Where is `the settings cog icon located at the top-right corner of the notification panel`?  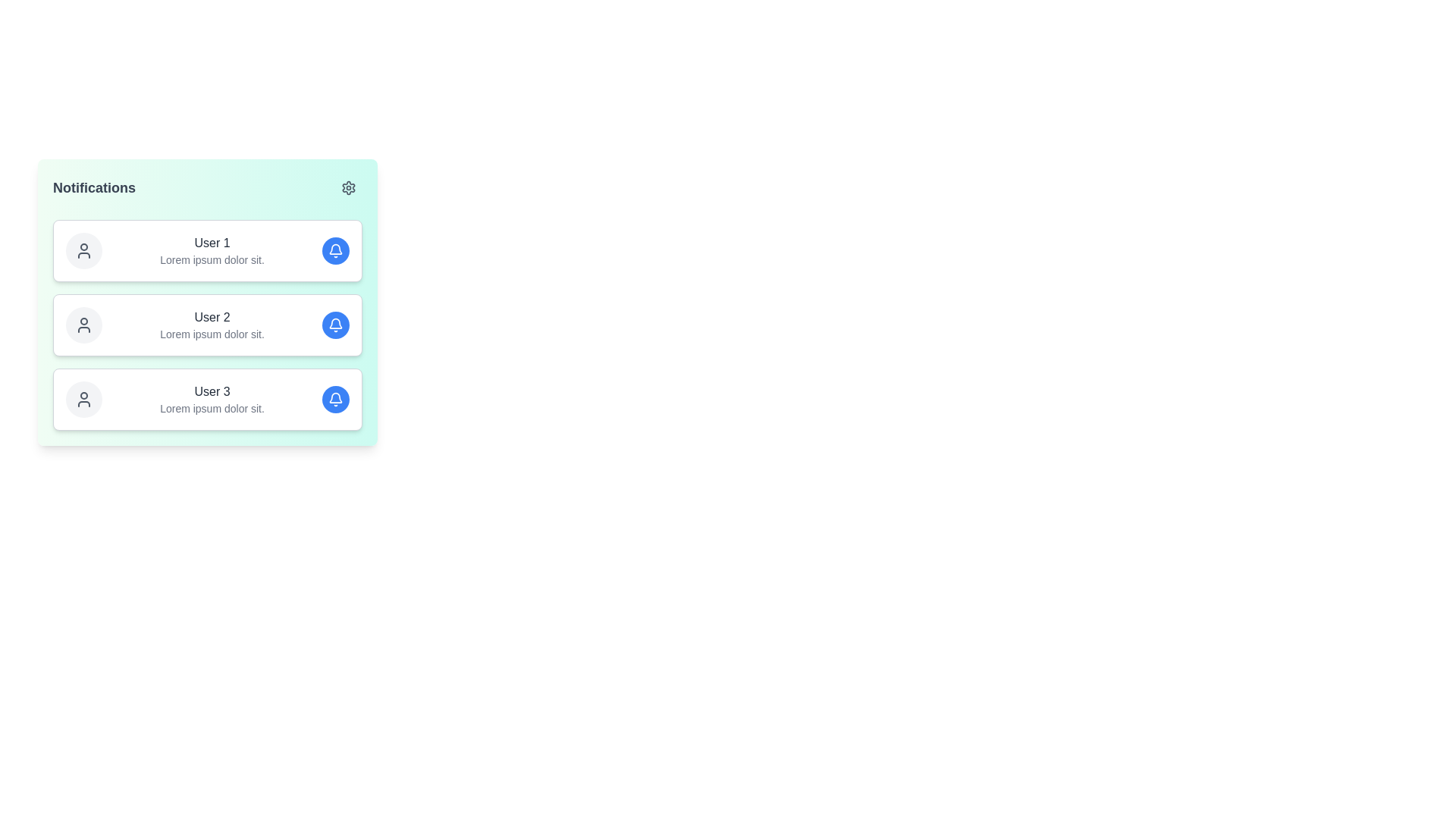
the settings cog icon located at the top-right corner of the notification panel is located at coordinates (348, 187).